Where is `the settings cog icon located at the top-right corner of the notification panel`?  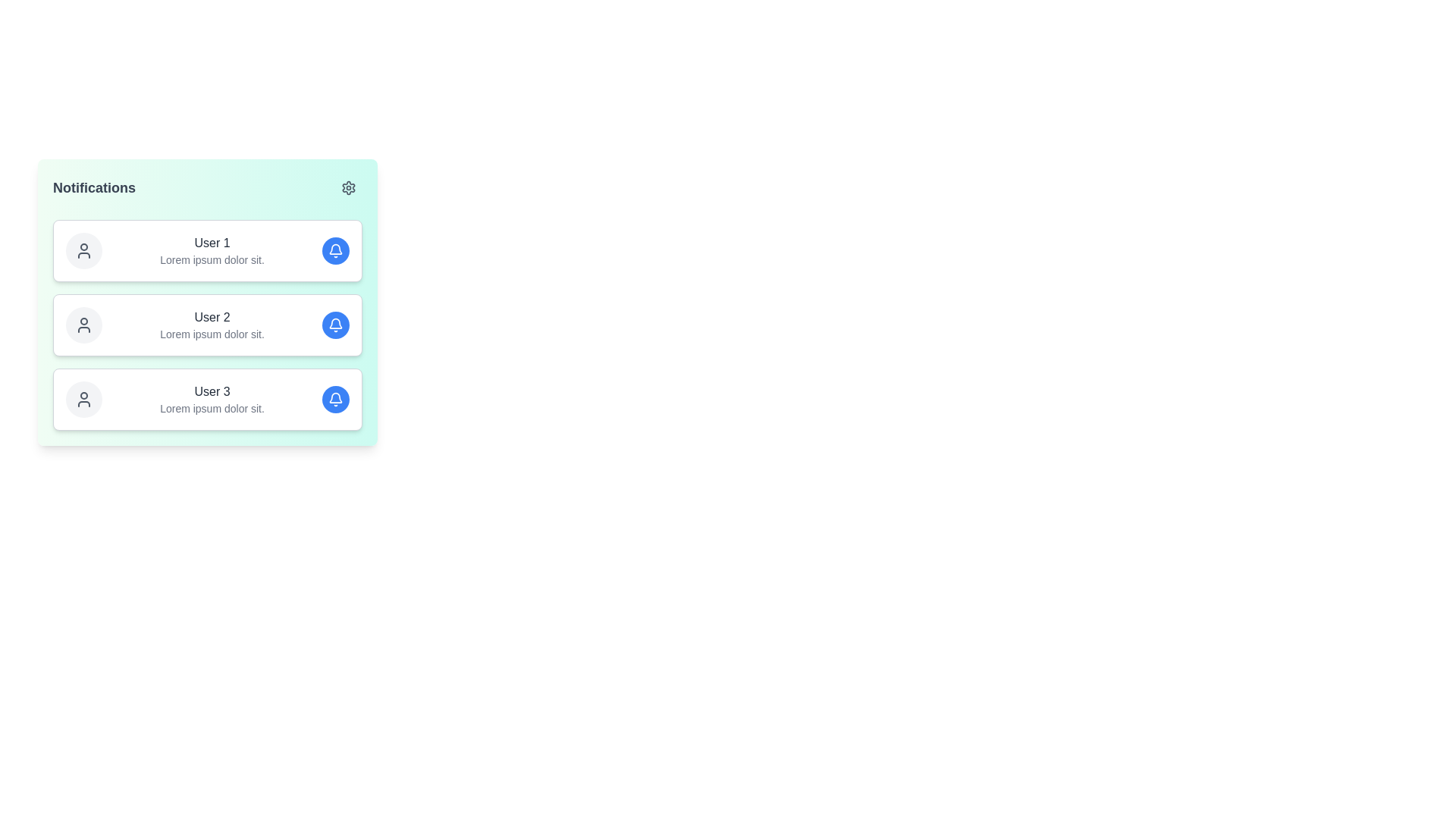
the settings cog icon located at the top-right corner of the notification panel is located at coordinates (348, 187).